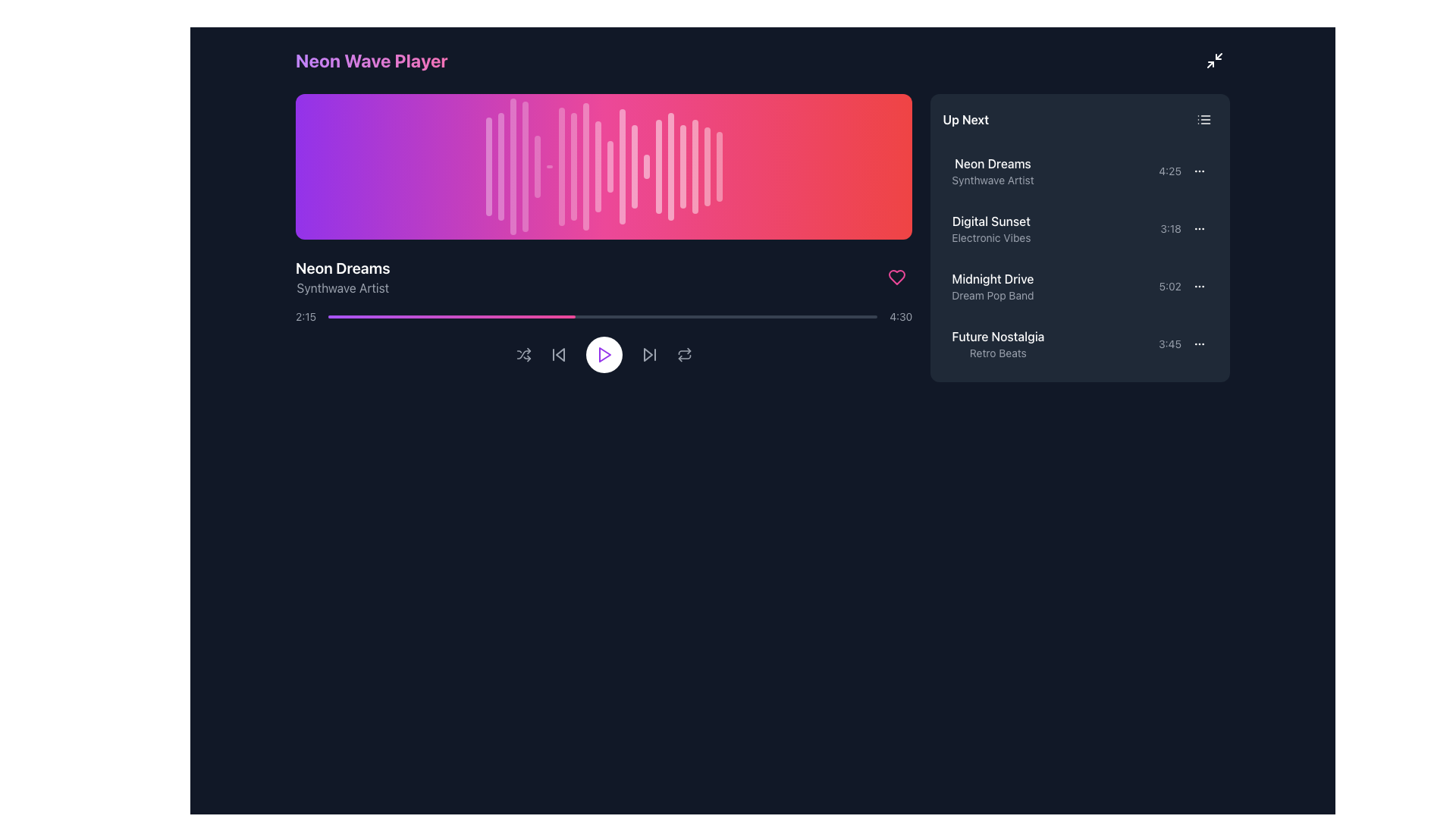 The width and height of the screenshot is (1456, 819). What do you see at coordinates (1197, 344) in the screenshot?
I see `the context menu icon (horizontal ellipsis) for the song 'Future Nostalgia' by 'Retro Beats'` at bounding box center [1197, 344].